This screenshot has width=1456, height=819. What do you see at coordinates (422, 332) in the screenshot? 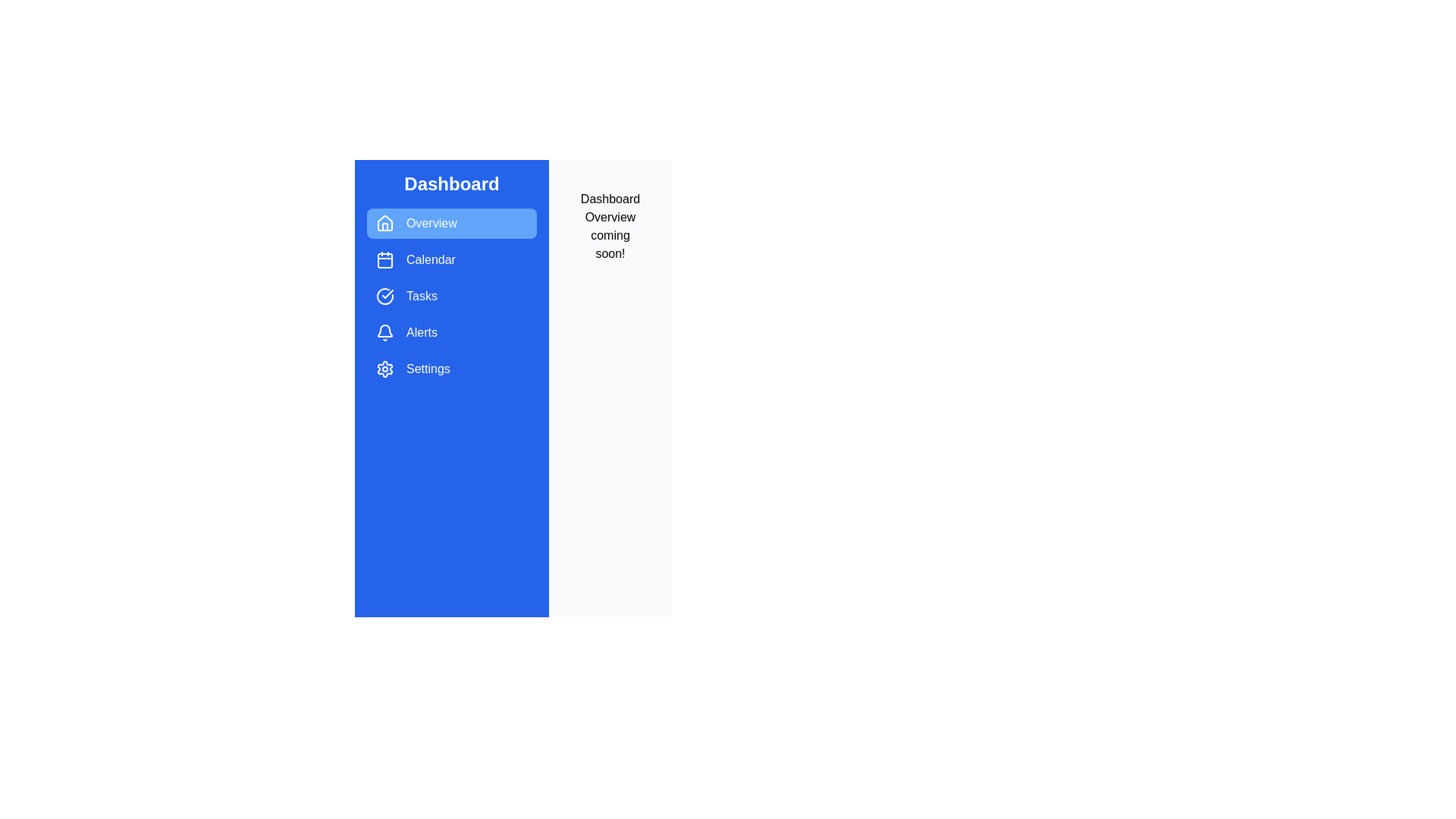
I see `the 'Alerts' text label in the navigation menu` at bounding box center [422, 332].